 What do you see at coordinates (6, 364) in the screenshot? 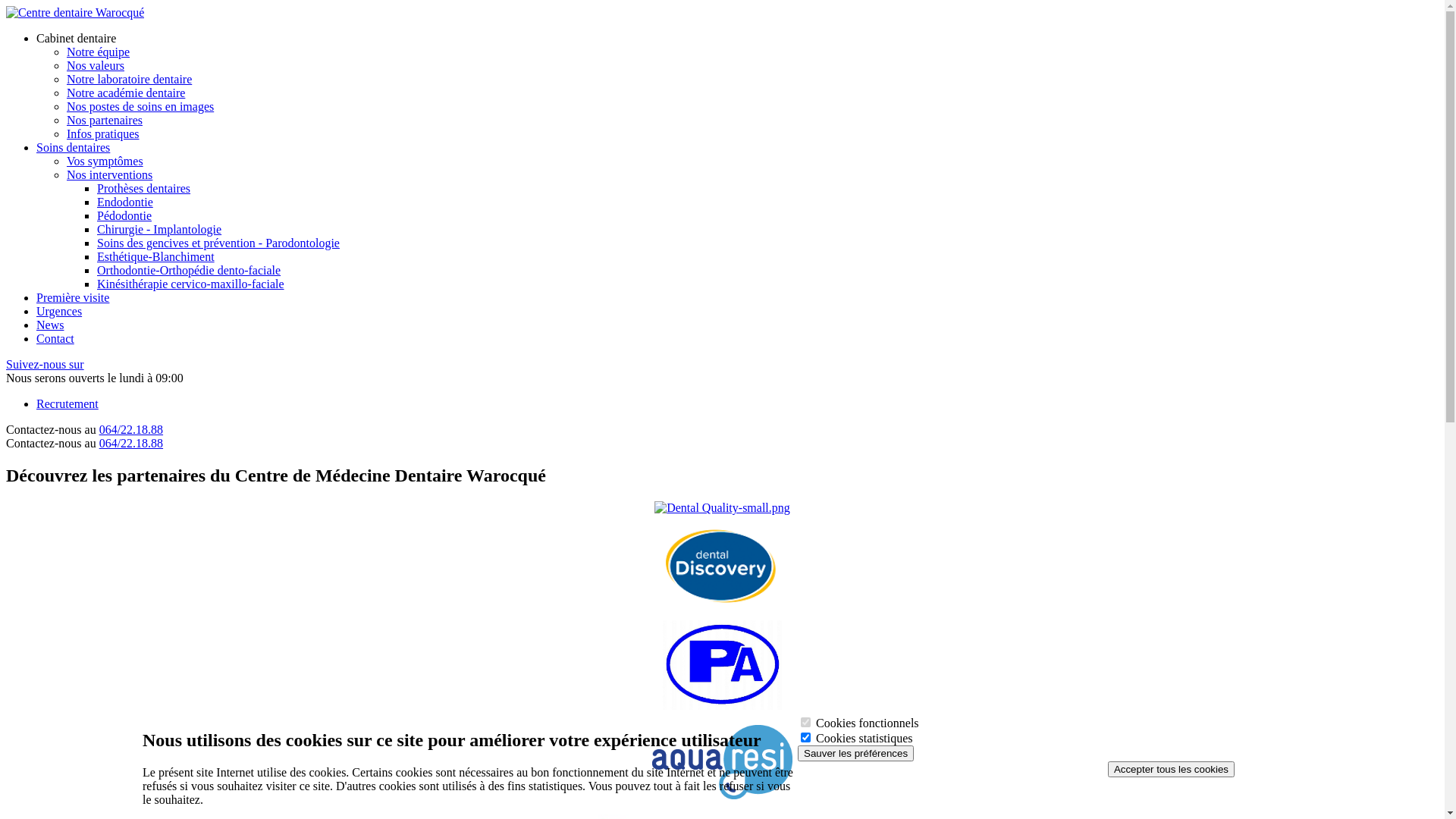
I see `'Suivez-nous sur'` at bounding box center [6, 364].